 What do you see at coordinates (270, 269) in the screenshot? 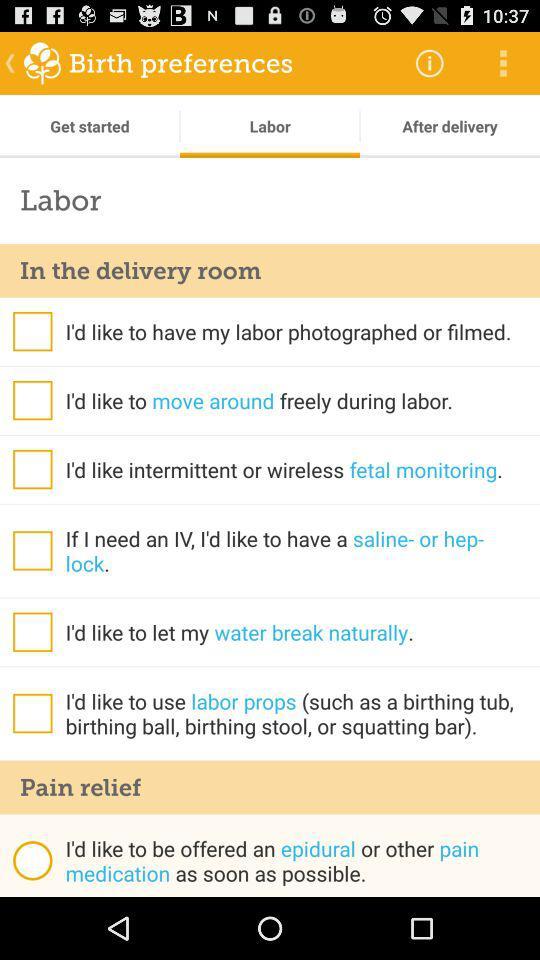
I see `icon below labor icon` at bounding box center [270, 269].